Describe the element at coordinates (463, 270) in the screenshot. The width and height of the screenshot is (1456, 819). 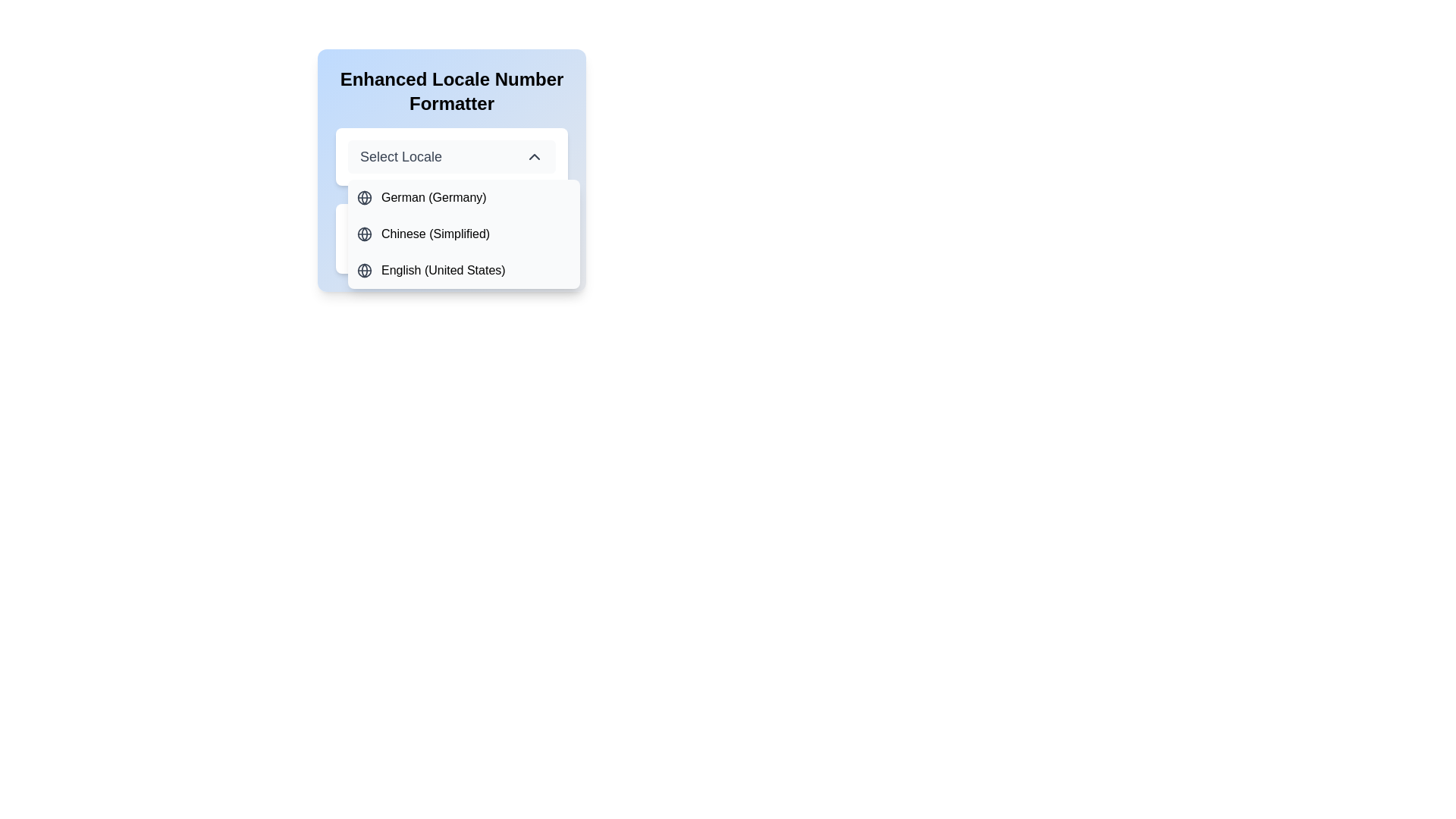
I see `the language option in the dropdown menu` at that location.